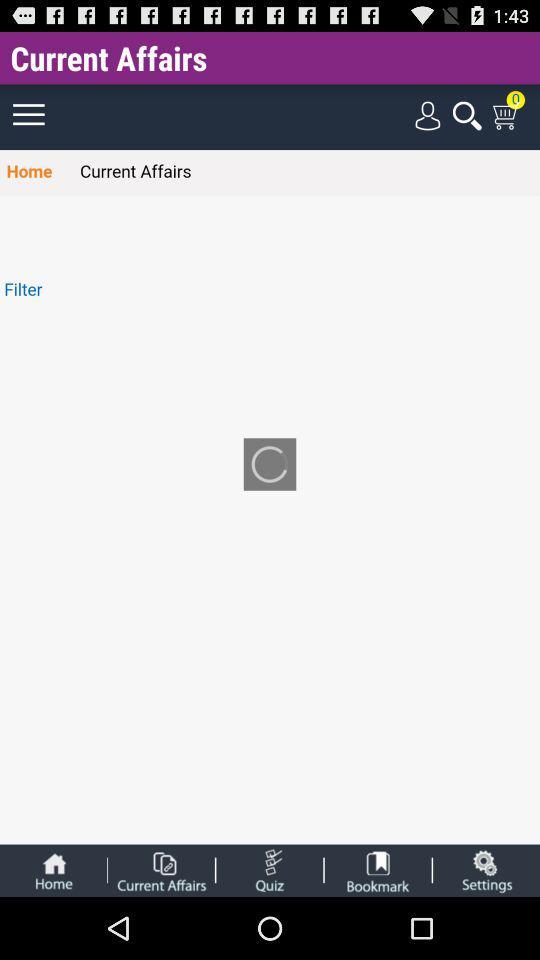 The image size is (540, 960). I want to click on bookmark item, so click(378, 869).